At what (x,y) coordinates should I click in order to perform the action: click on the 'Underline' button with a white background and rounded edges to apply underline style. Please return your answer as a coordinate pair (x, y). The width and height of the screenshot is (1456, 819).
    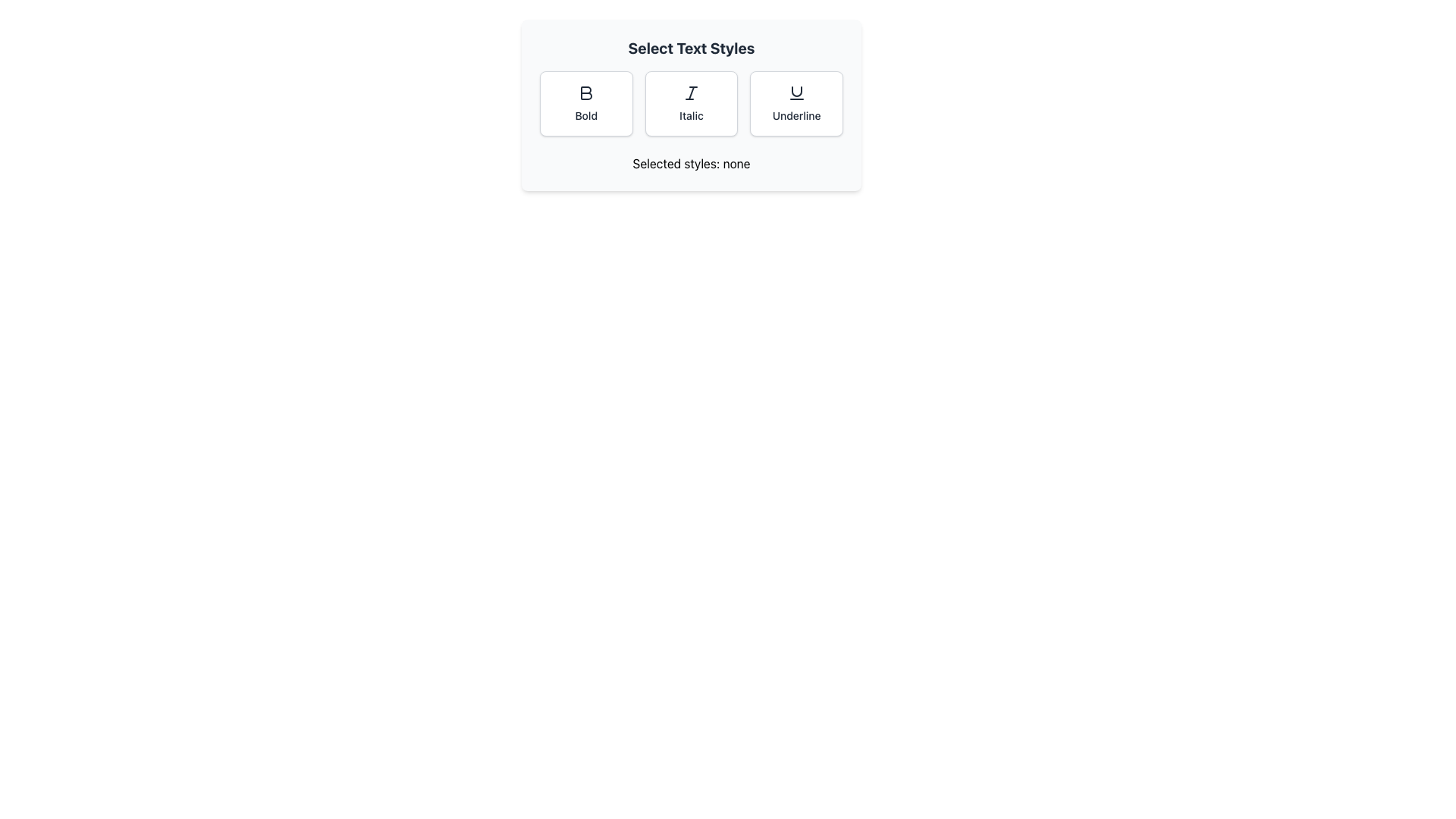
    Looking at the image, I should click on (795, 103).